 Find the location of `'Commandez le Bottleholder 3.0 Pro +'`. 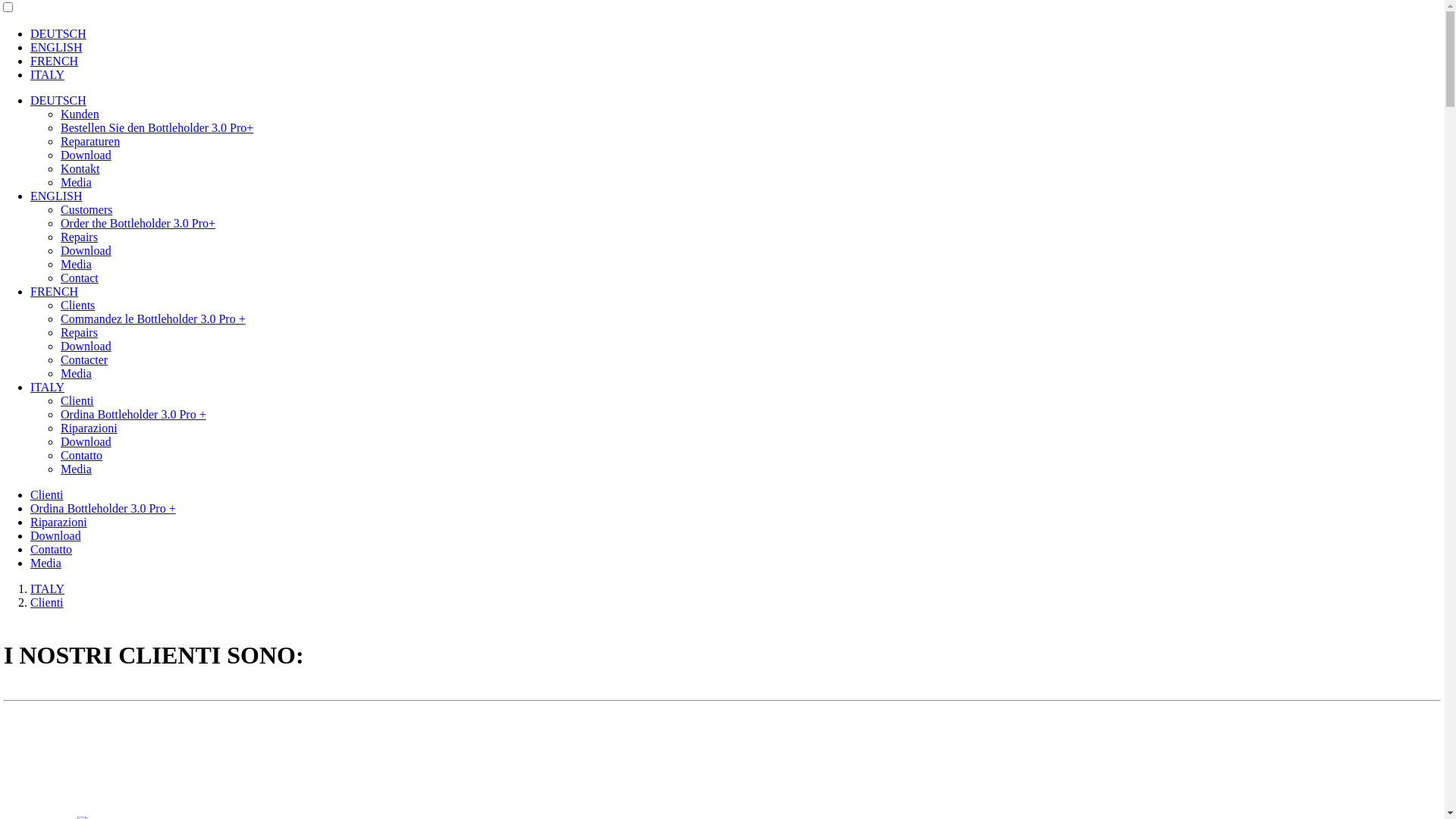

'Commandez le Bottleholder 3.0 Pro +' is located at coordinates (152, 318).